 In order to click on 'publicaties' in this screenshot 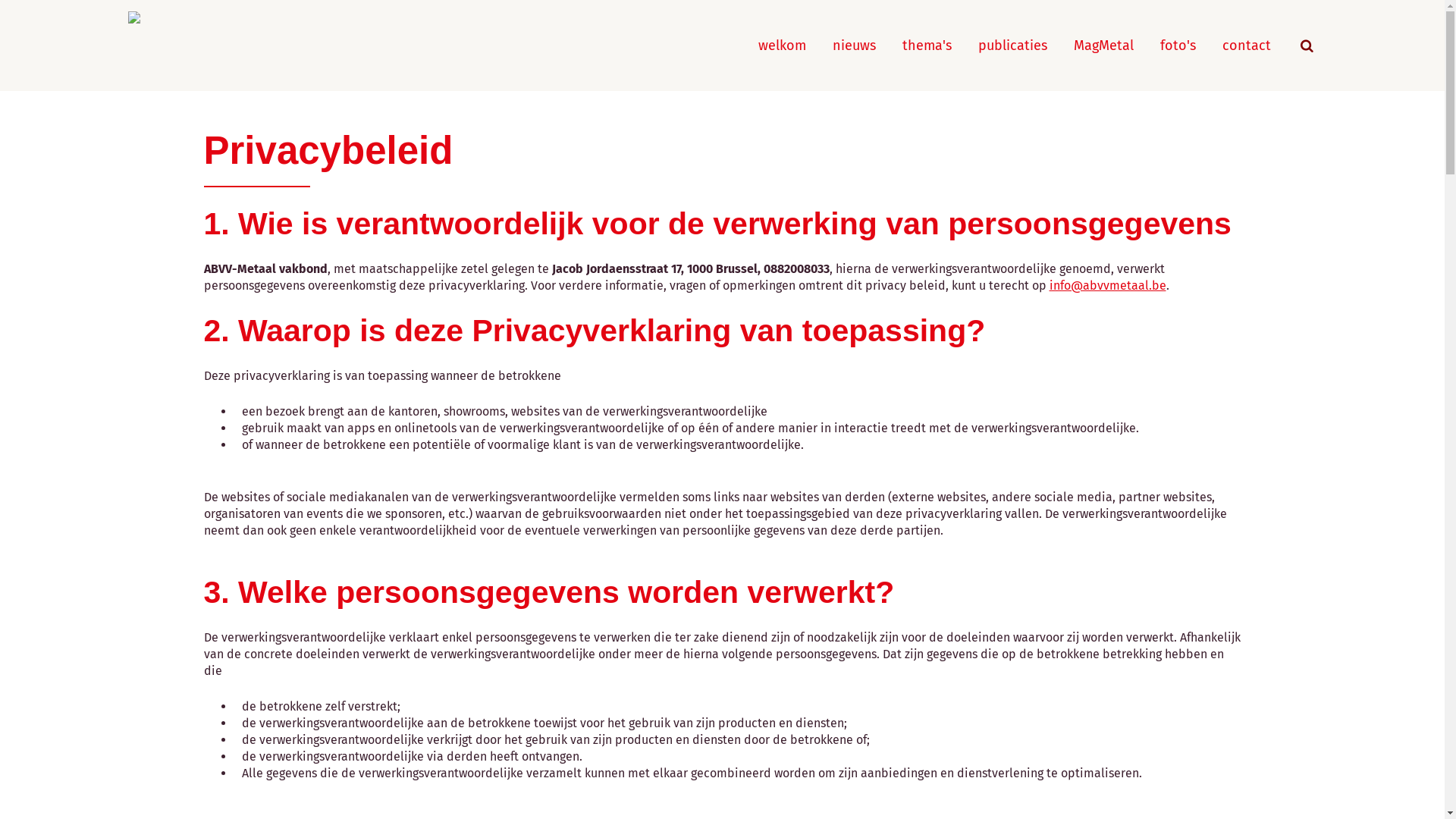, I will do `click(1012, 45)`.